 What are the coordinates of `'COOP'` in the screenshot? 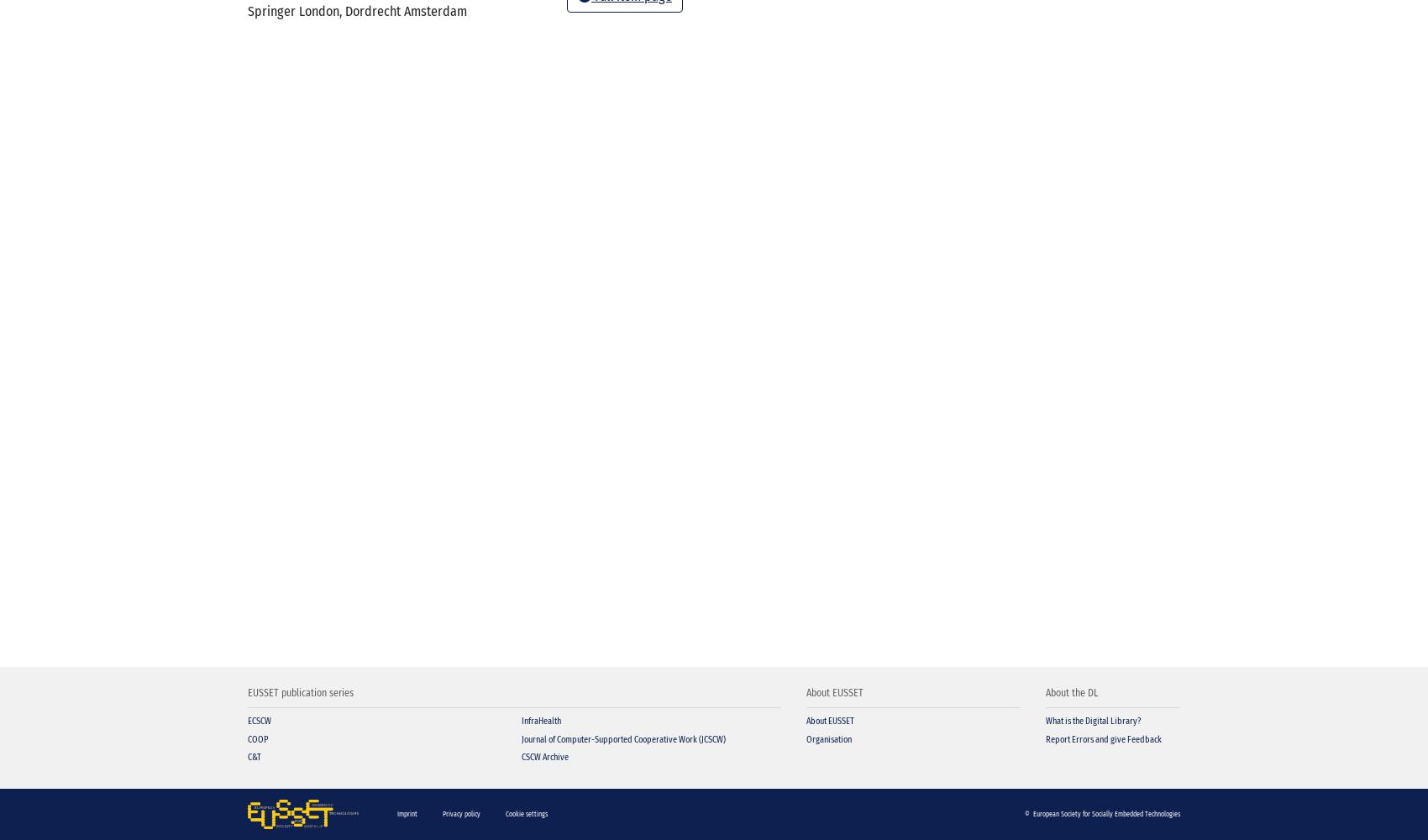 It's located at (258, 738).